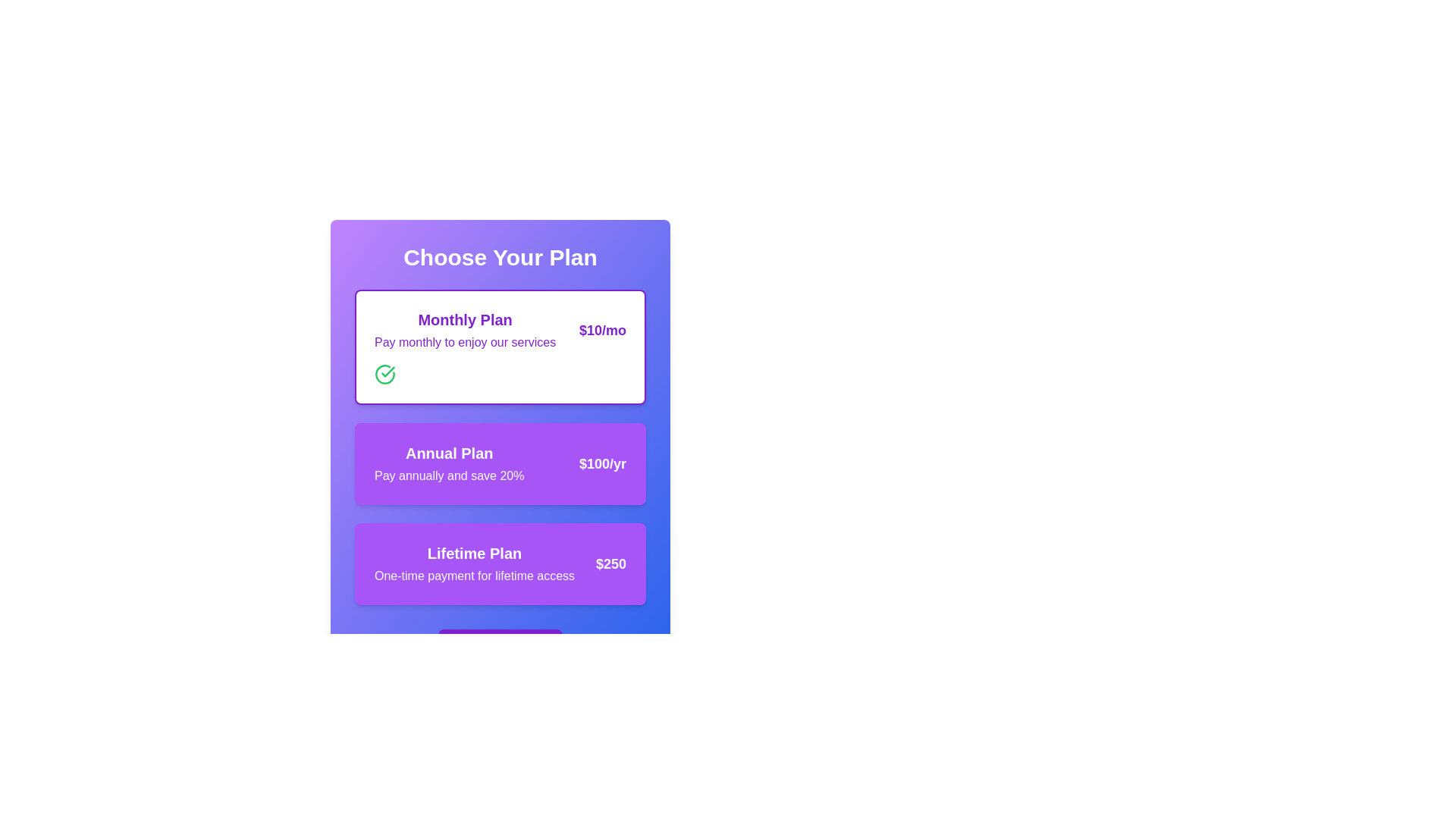  What do you see at coordinates (448, 475) in the screenshot?
I see `informational text label located in the 'Annual Plan' section, positioned beneath the title 'Annual Plan' and above the cost '$100/yr'` at bounding box center [448, 475].